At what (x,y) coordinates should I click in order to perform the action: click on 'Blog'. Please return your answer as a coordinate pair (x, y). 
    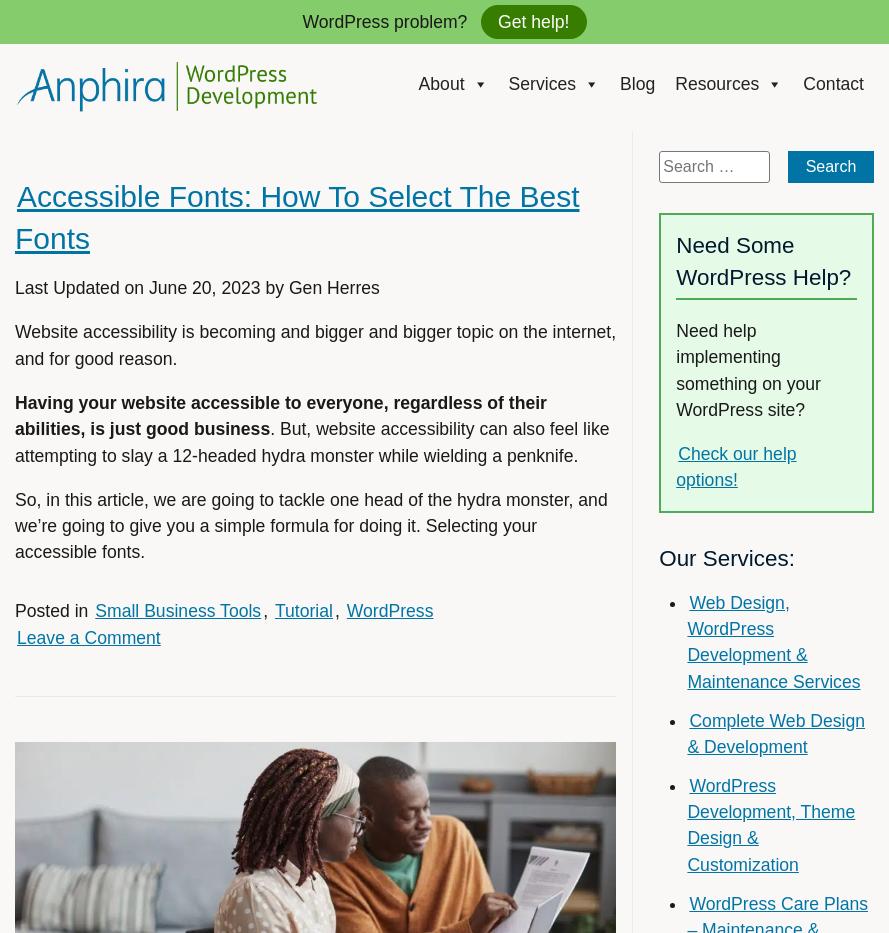
    Looking at the image, I should click on (637, 83).